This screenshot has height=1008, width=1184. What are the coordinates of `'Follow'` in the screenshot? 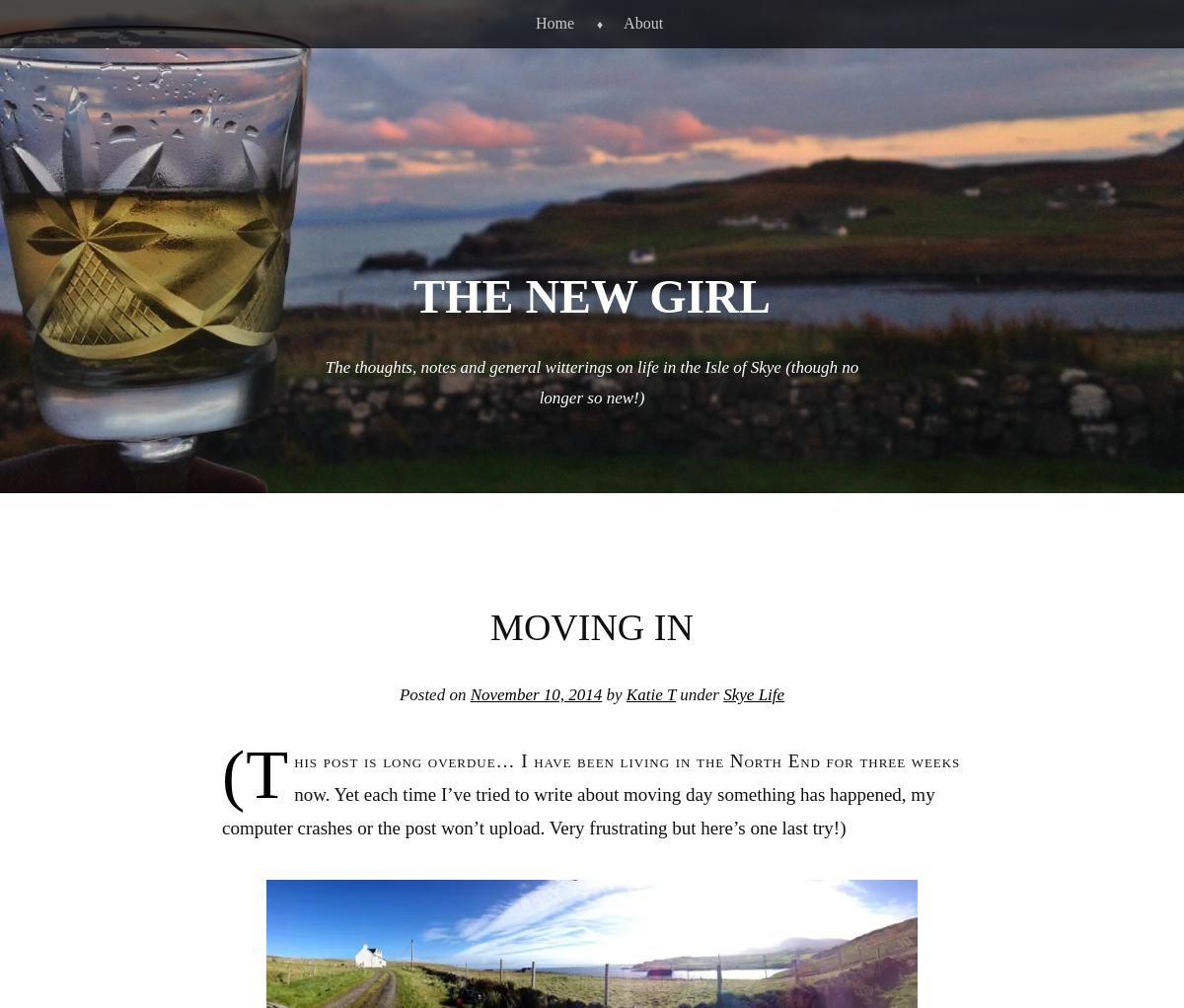 It's located at (1102, 958).